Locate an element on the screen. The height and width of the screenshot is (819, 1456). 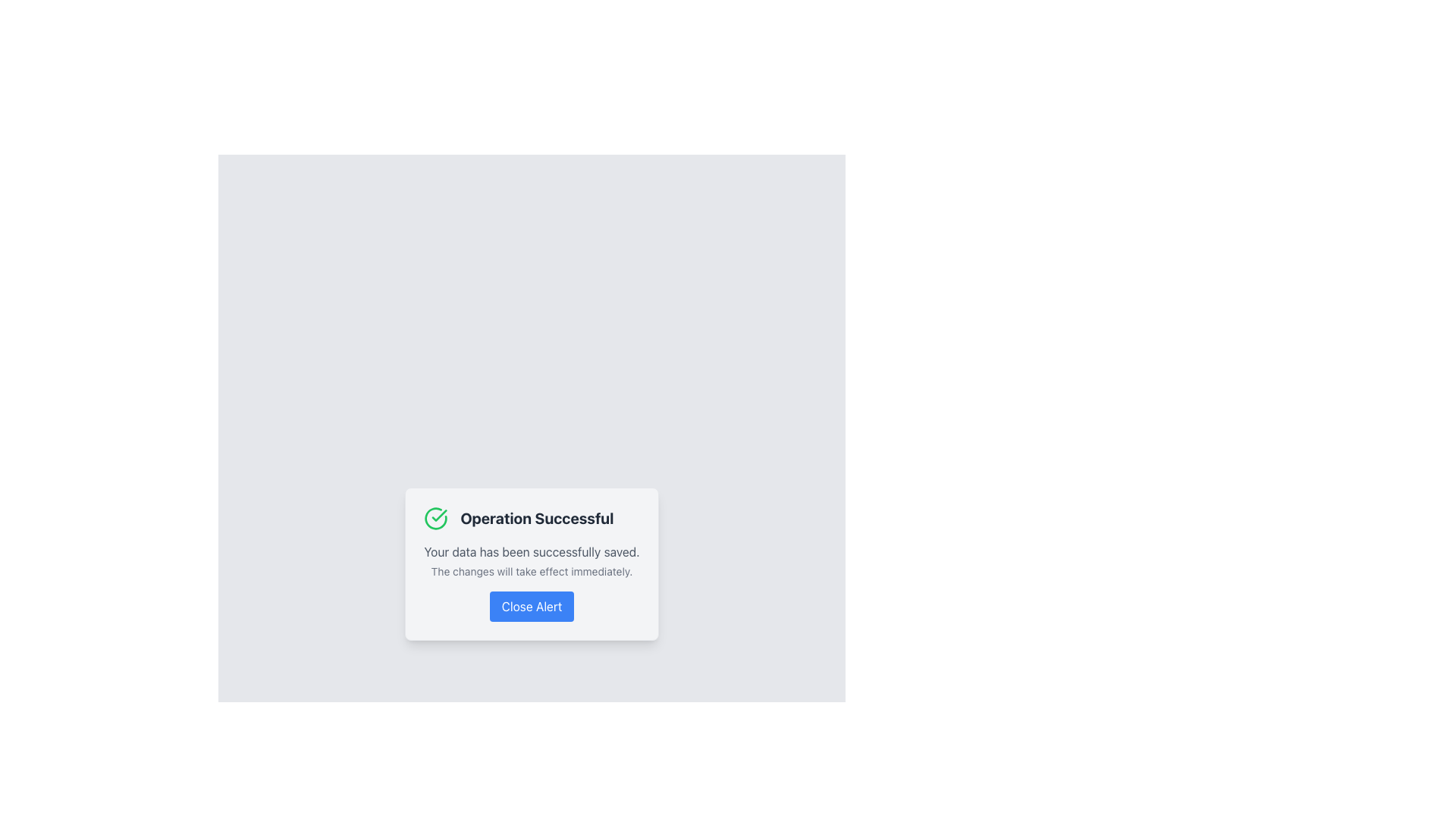
the 'Close Alert' button, which is a rectangular button with a blue background and white text, located centrally below the message 'The changes will take effect immediately.' is located at coordinates (532, 605).